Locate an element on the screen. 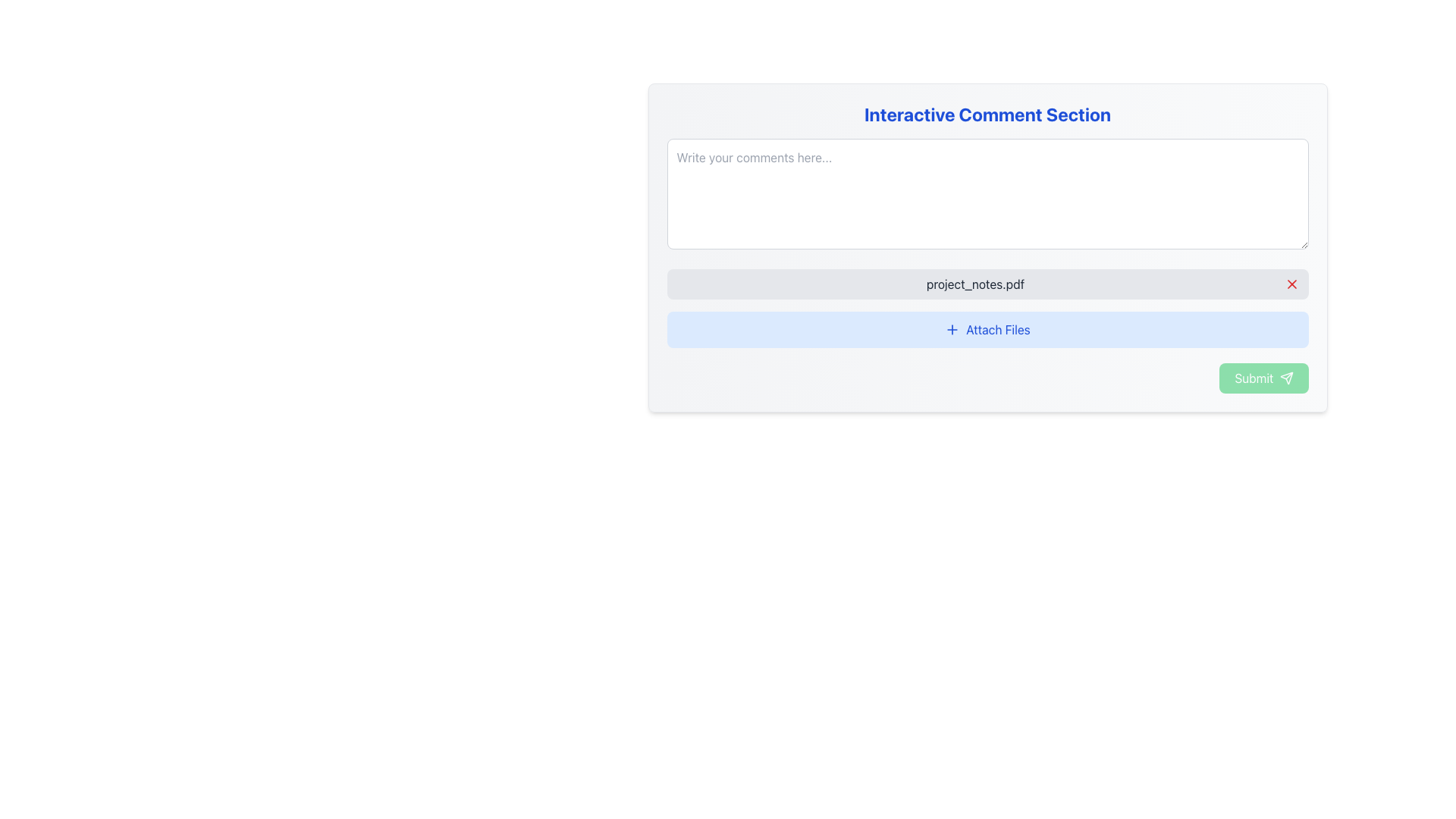 Image resolution: width=1456 pixels, height=819 pixels. the file attachment button located below the file name display area and above the Submit button to observe hover effects is located at coordinates (987, 329).